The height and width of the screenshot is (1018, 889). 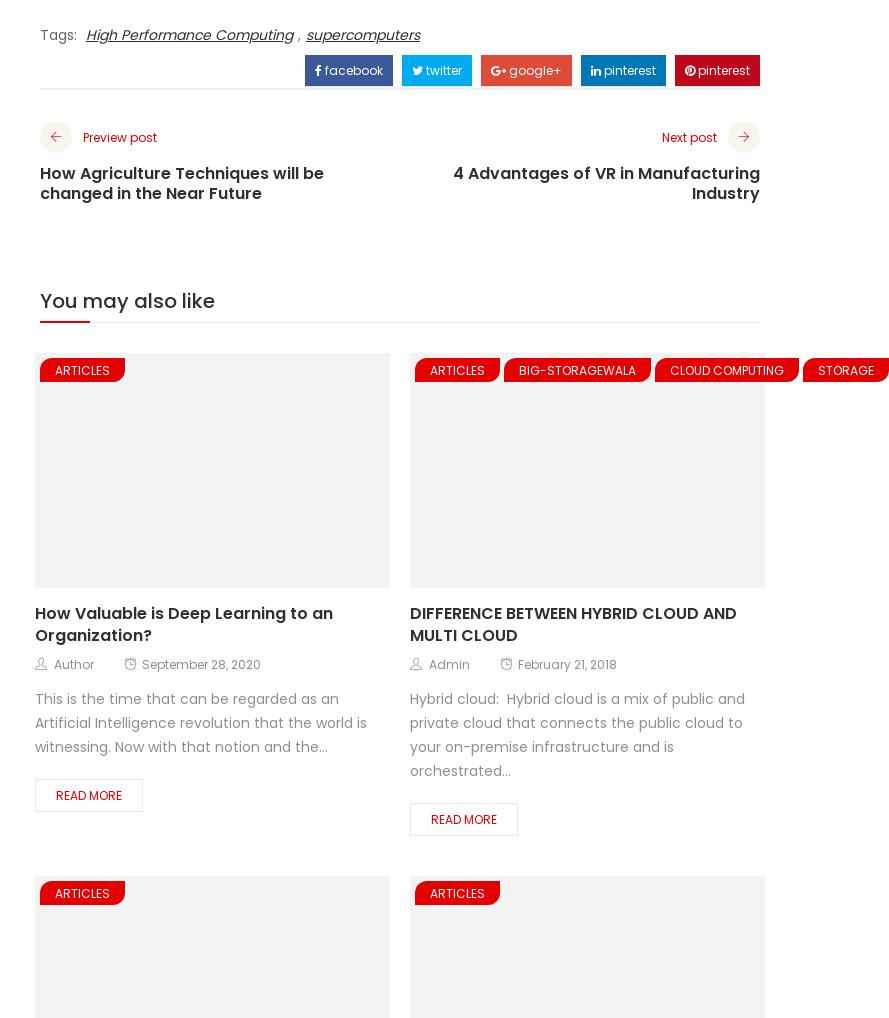 What do you see at coordinates (576, 369) in the screenshot?
I see `'Big-Storagewala'` at bounding box center [576, 369].